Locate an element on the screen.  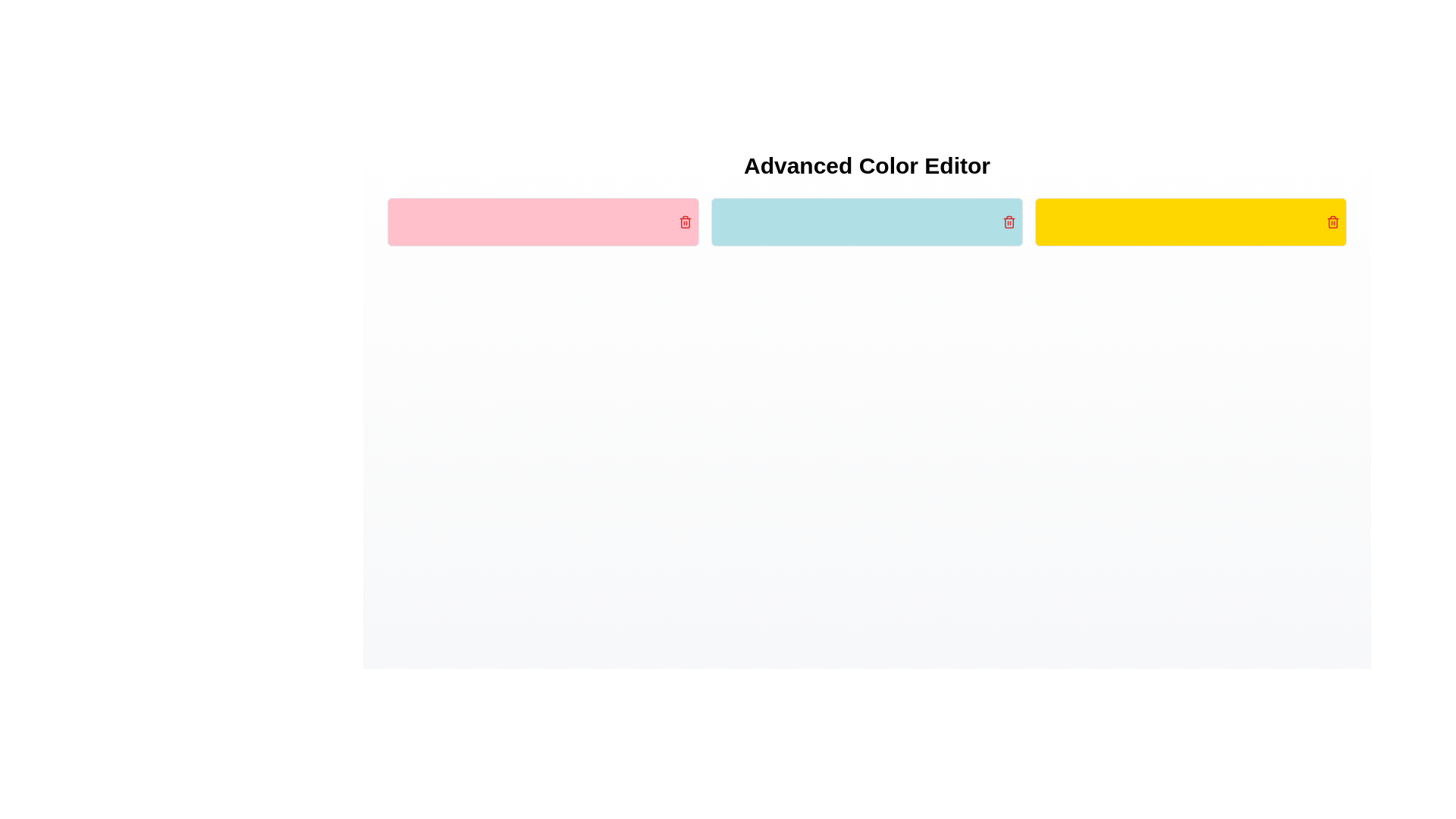
the trash bin icon located at the far right of a light blue rectangular area is located at coordinates (1009, 222).